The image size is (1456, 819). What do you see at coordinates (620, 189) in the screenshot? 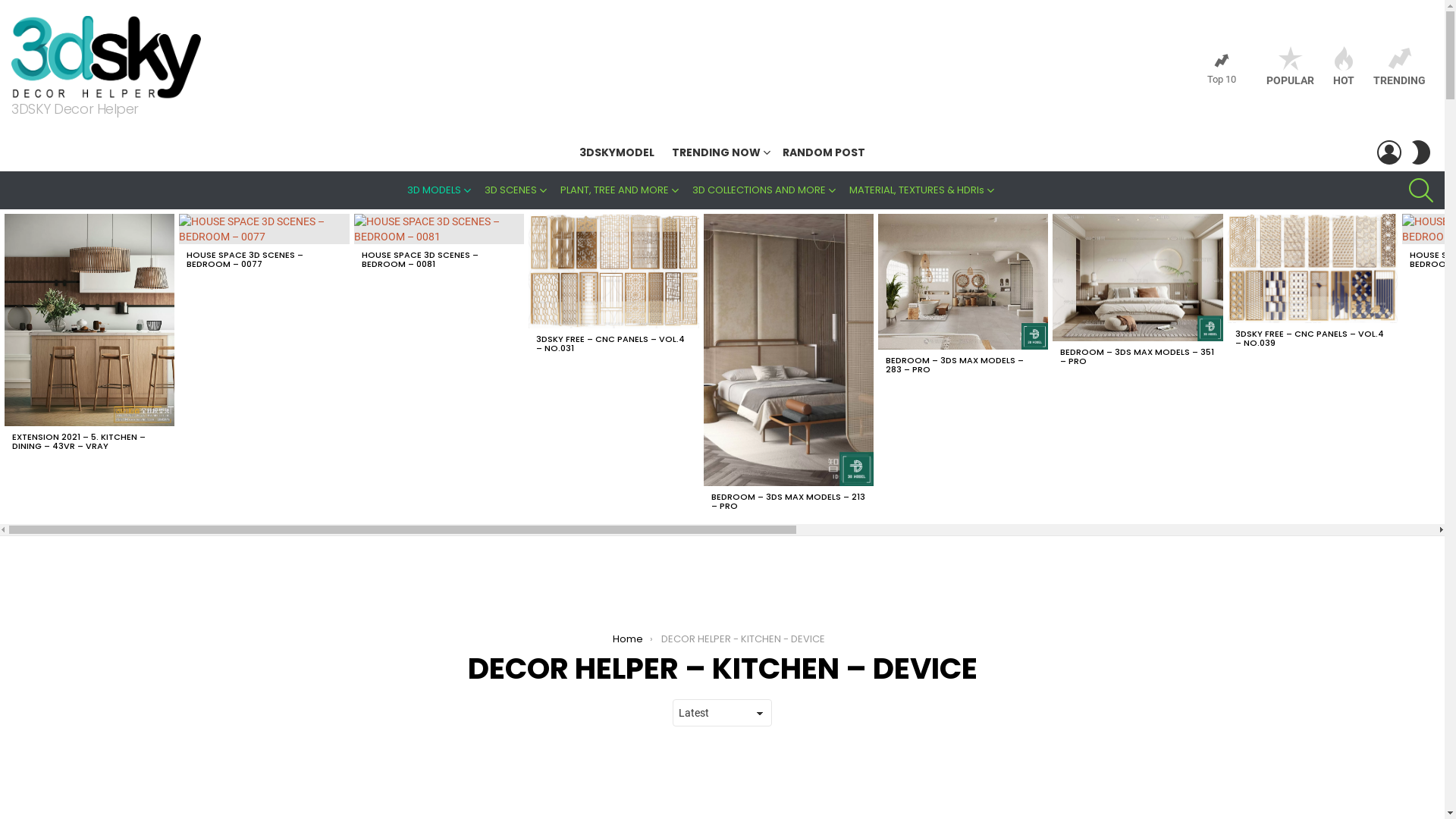
I see `'PLANT, TREE AND MORE'` at bounding box center [620, 189].